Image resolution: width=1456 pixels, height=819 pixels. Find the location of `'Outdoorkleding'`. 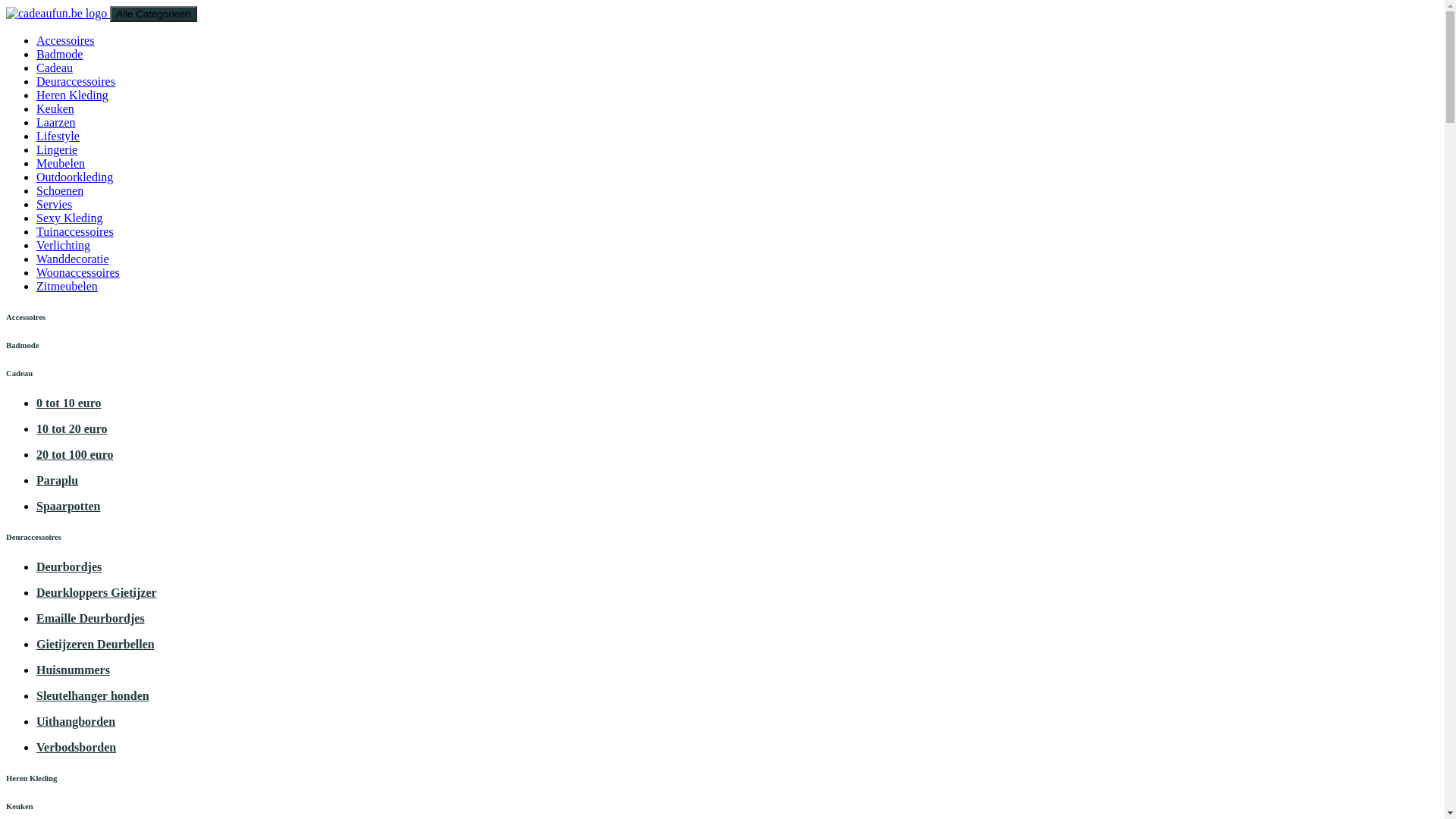

'Outdoorkleding' is located at coordinates (74, 176).